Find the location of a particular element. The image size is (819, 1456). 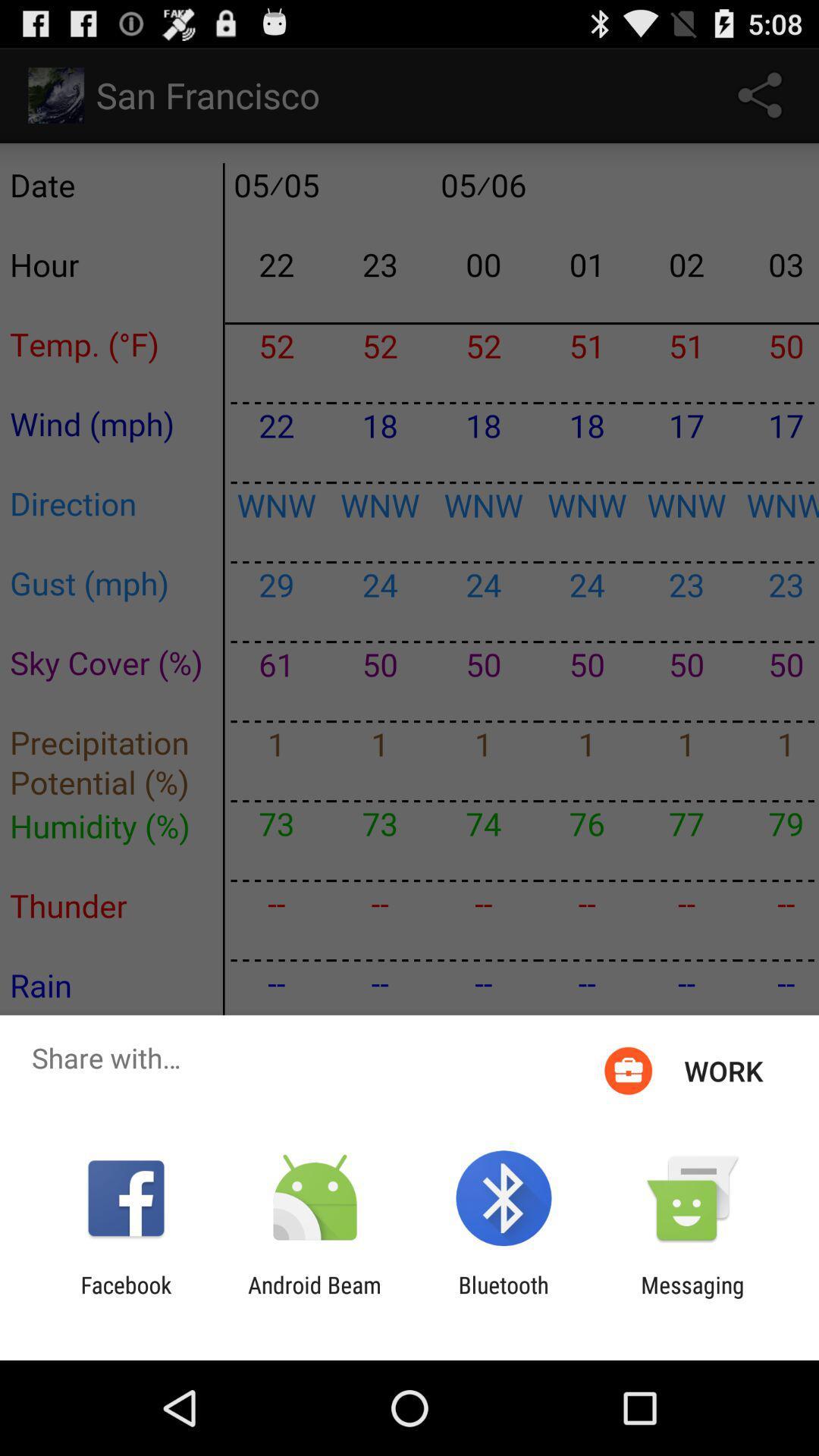

icon next to the android beam is located at coordinates (504, 1298).